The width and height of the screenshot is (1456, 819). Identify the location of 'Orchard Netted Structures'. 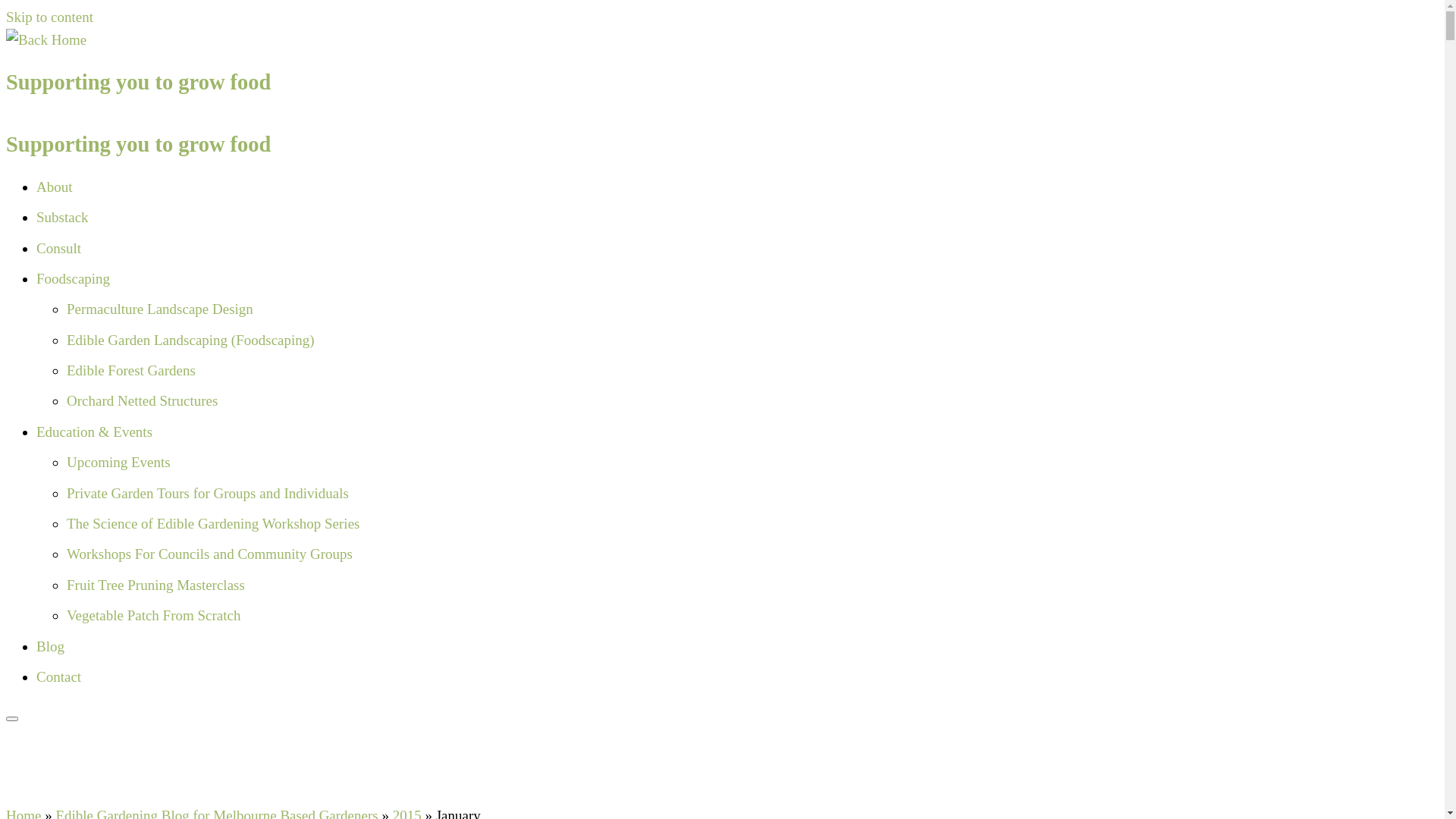
(65, 400).